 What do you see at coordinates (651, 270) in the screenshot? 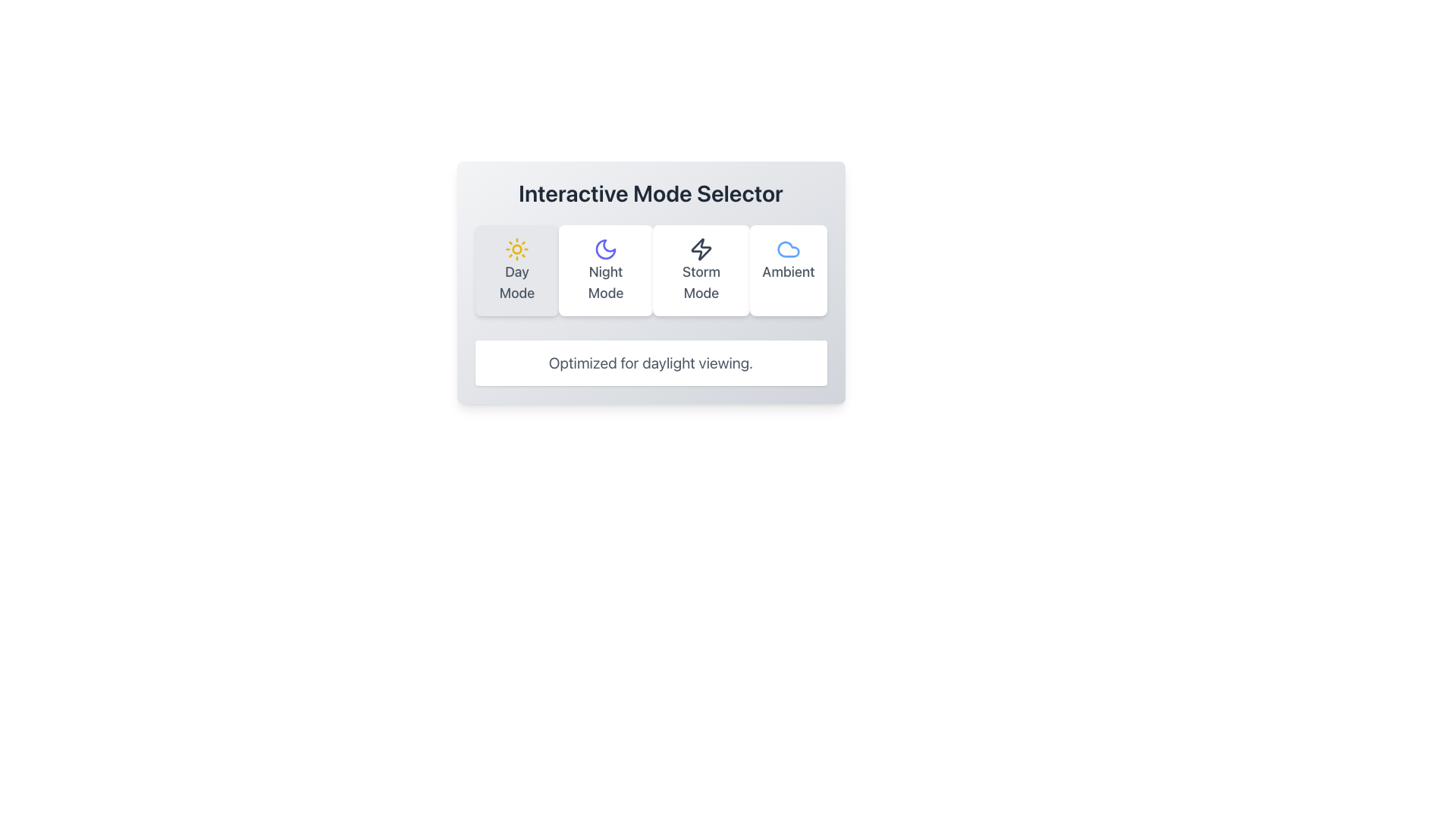
I see `the Button Group in the 'Interactive Mode Selector' section by tabbing through each button sequentially` at bounding box center [651, 270].